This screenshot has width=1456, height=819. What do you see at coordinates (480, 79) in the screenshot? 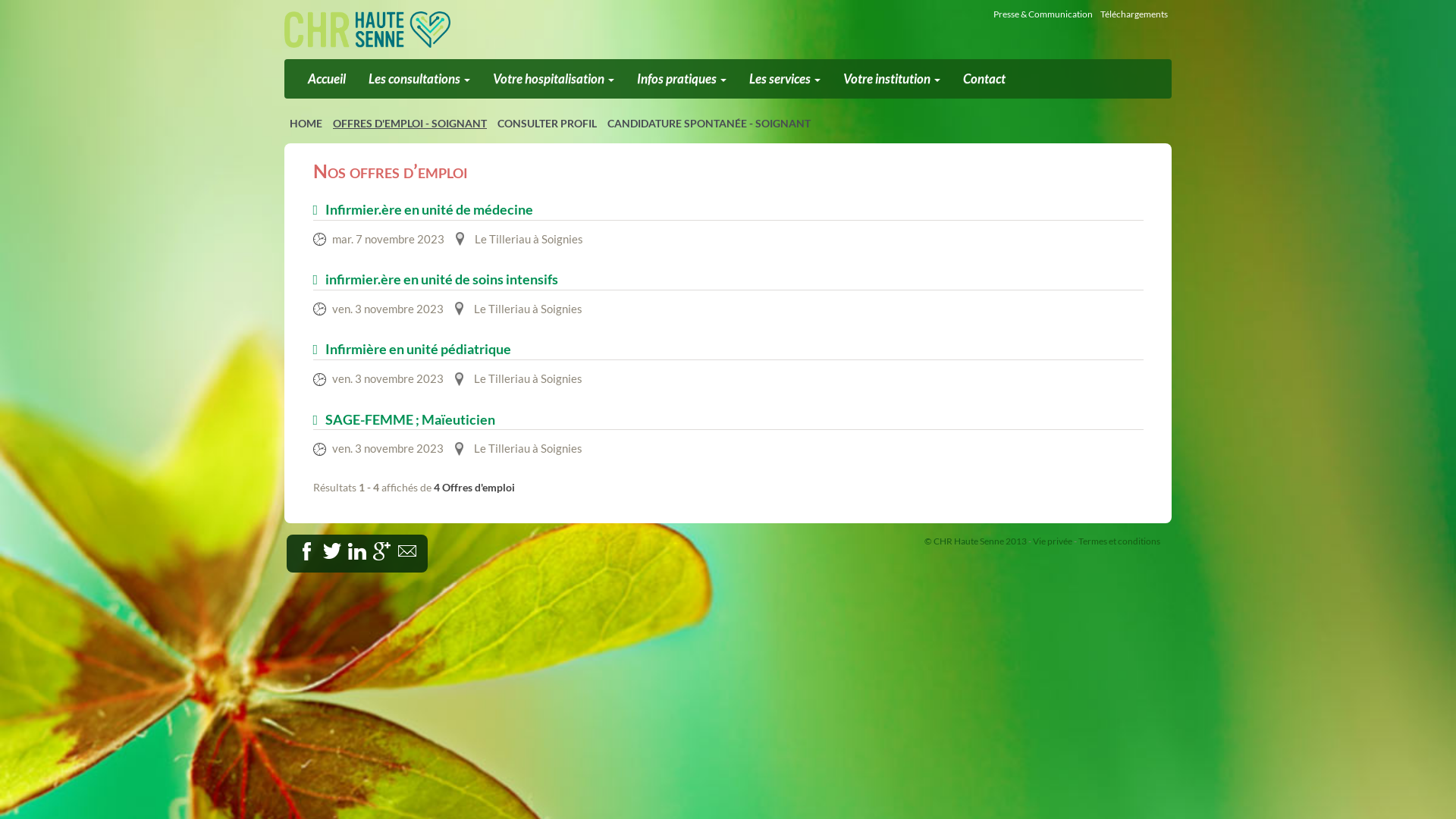
I see `'Votre hospitalisation'` at bounding box center [480, 79].